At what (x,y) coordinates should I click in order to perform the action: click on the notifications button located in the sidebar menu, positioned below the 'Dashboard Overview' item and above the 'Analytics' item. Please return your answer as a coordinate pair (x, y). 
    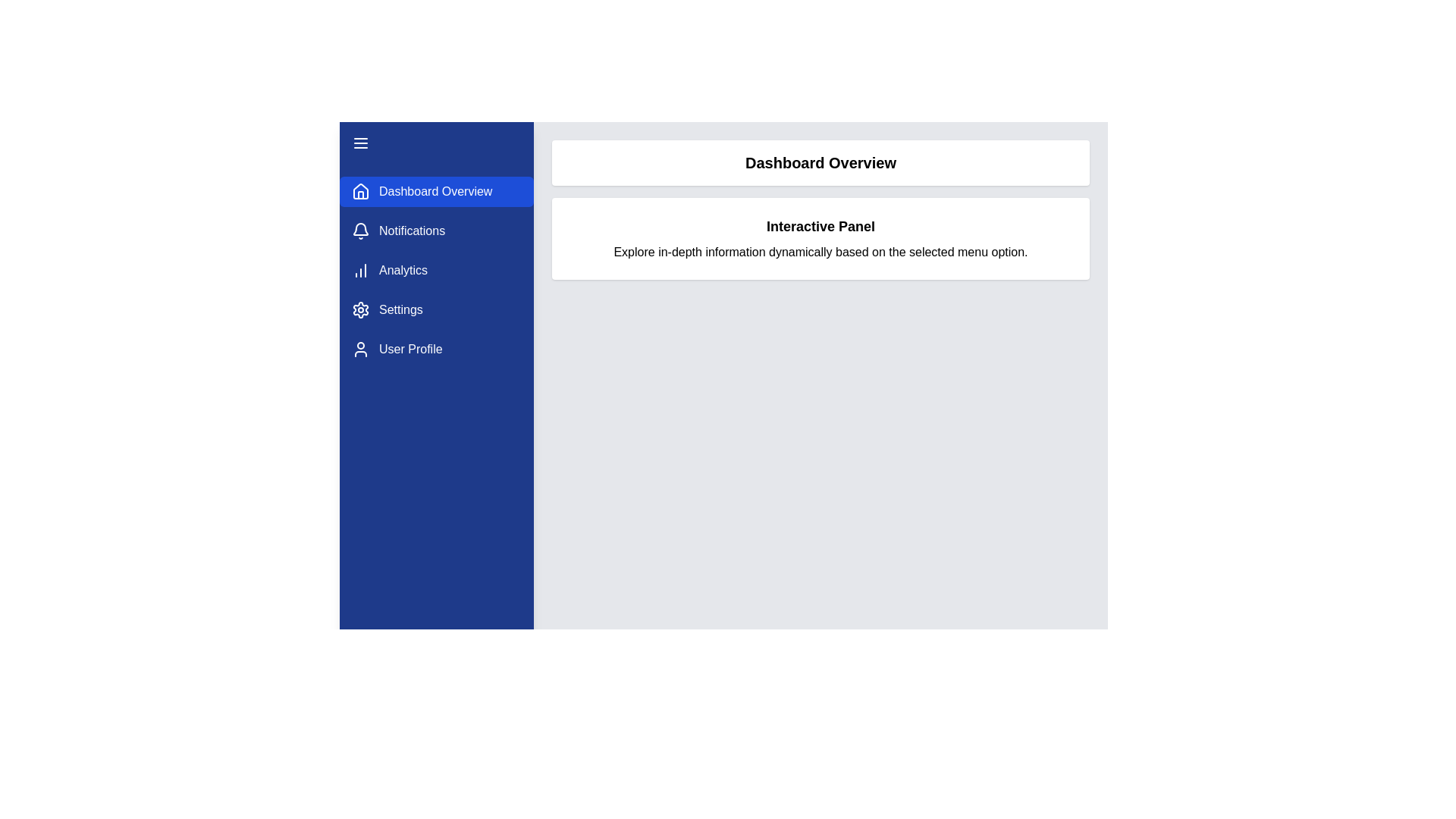
    Looking at the image, I should click on (436, 231).